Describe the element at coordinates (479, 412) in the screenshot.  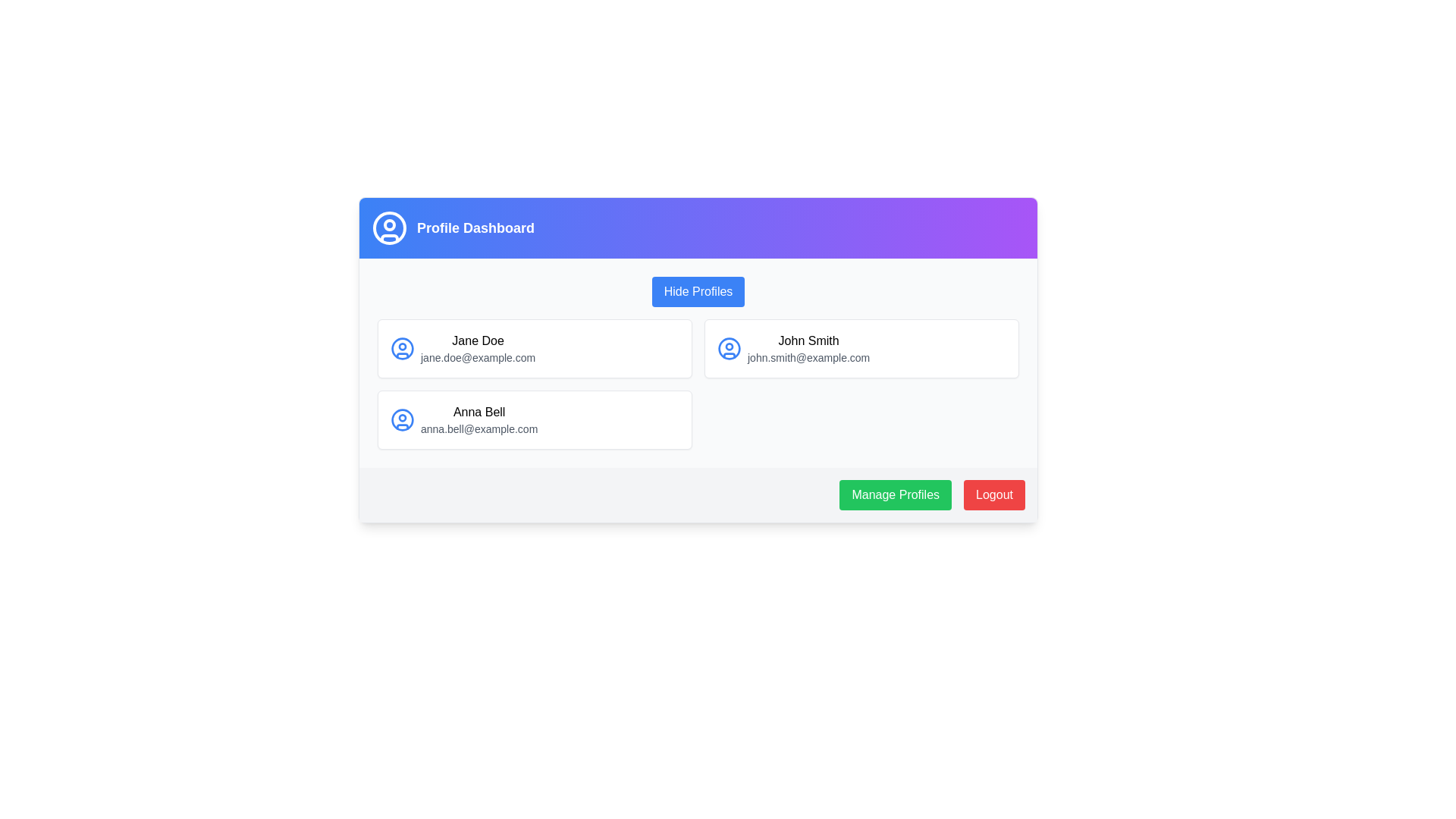
I see `the text 'Anna Bell' located in the second user profile card, which is displayed in a bold font above the email address 'anna.bell@example.com'` at that location.